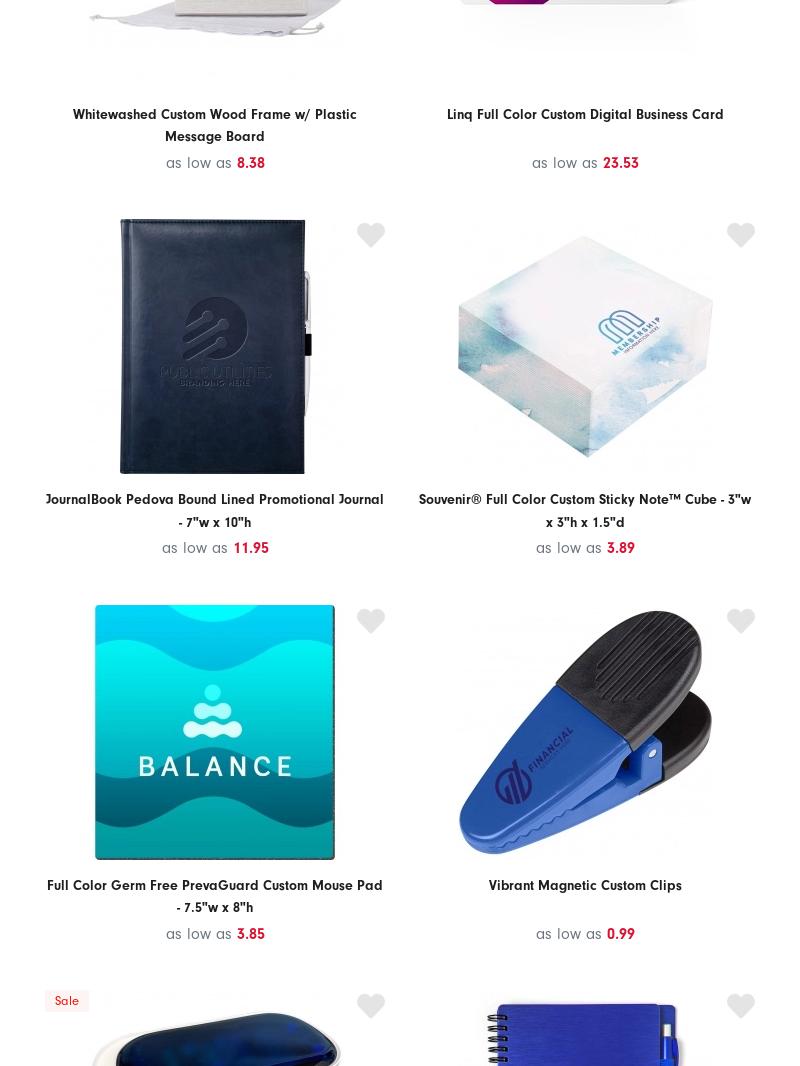  What do you see at coordinates (249, 932) in the screenshot?
I see `'3.85'` at bounding box center [249, 932].